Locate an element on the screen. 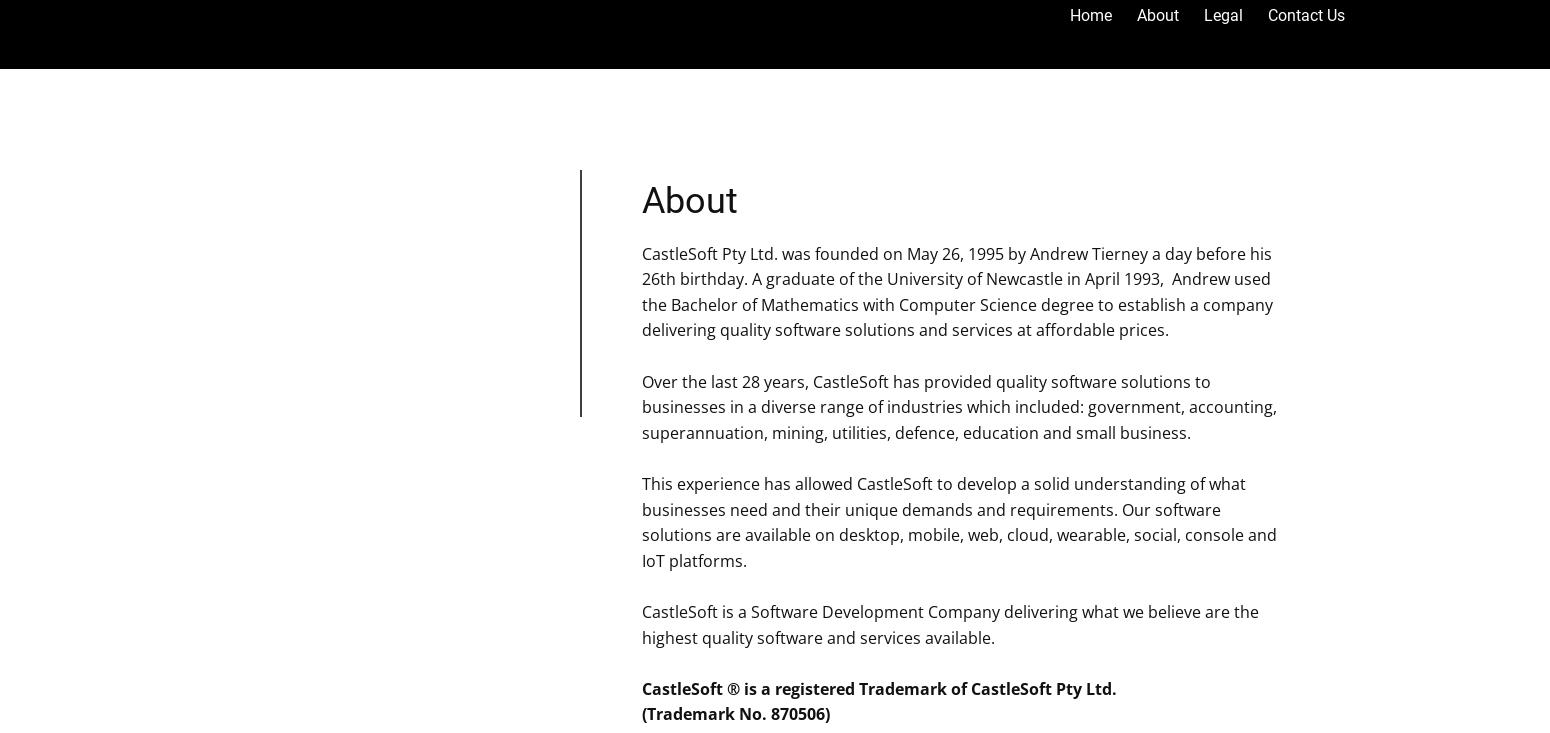 Image resolution: width=1550 pixels, height=733 pixels. 'CastleSoft Studio' is located at coordinates (1219, 156).